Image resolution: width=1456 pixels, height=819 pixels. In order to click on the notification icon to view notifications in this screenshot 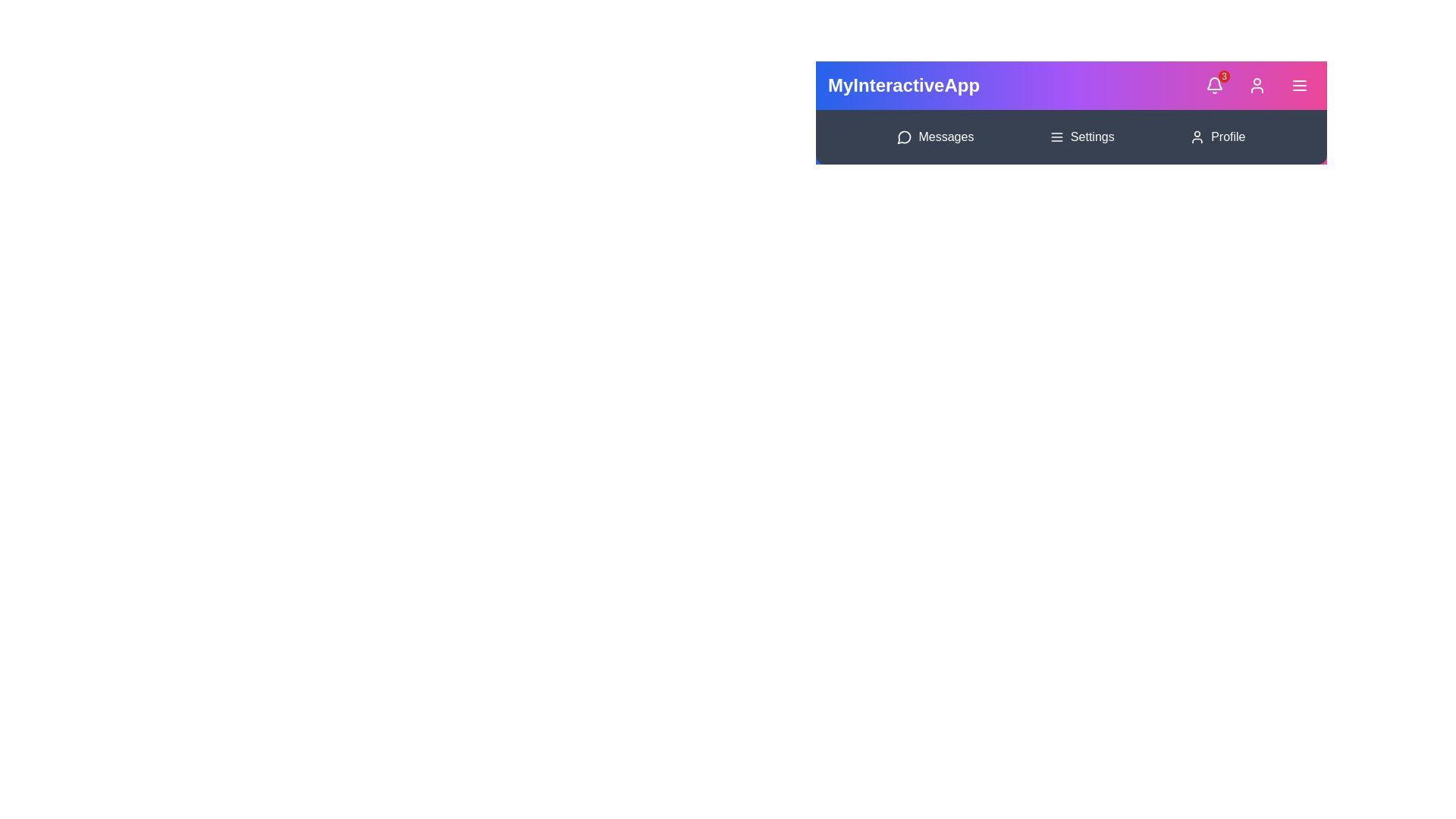, I will do `click(1215, 85)`.